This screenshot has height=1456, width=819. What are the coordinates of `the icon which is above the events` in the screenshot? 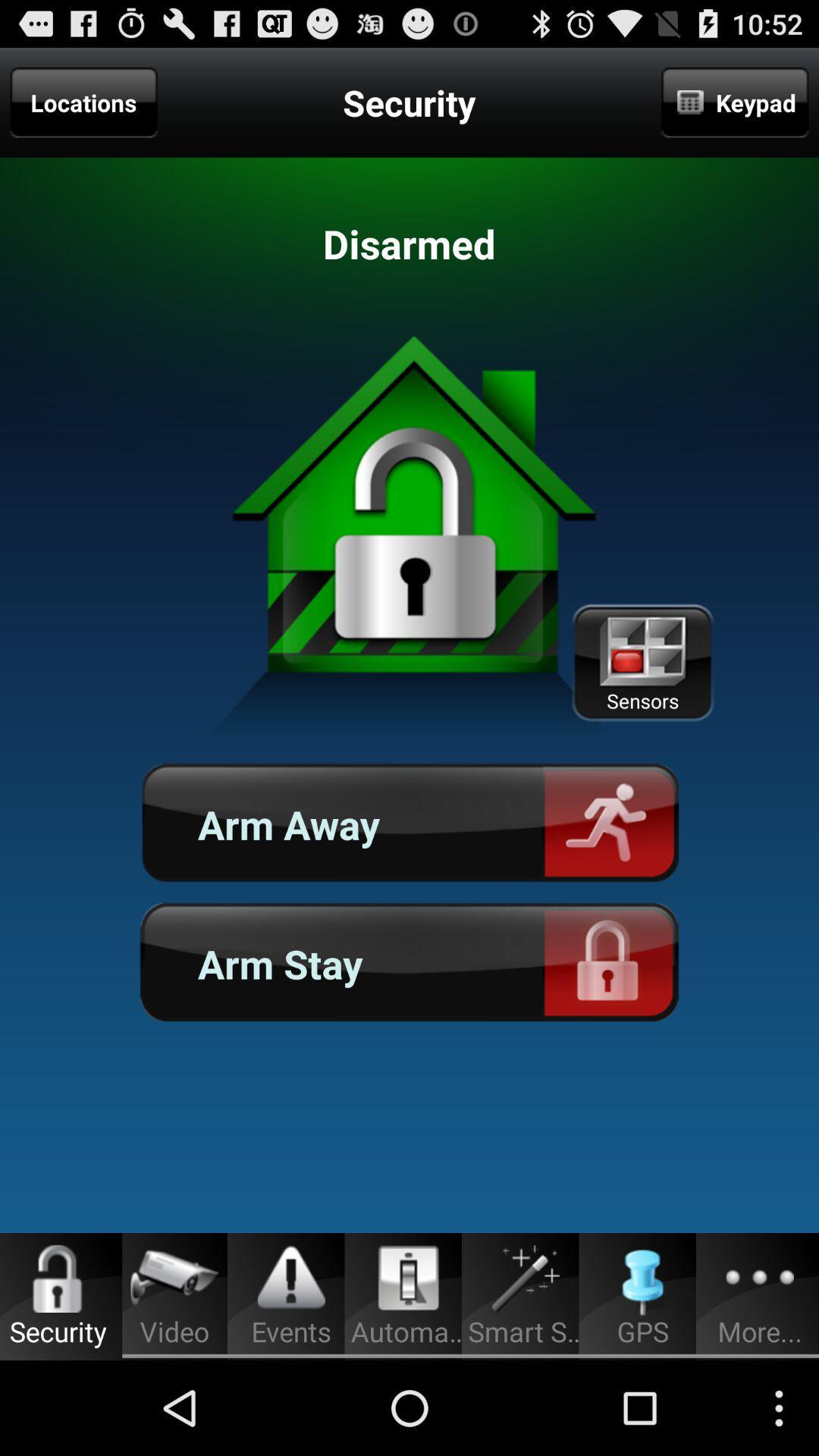 It's located at (291, 1278).